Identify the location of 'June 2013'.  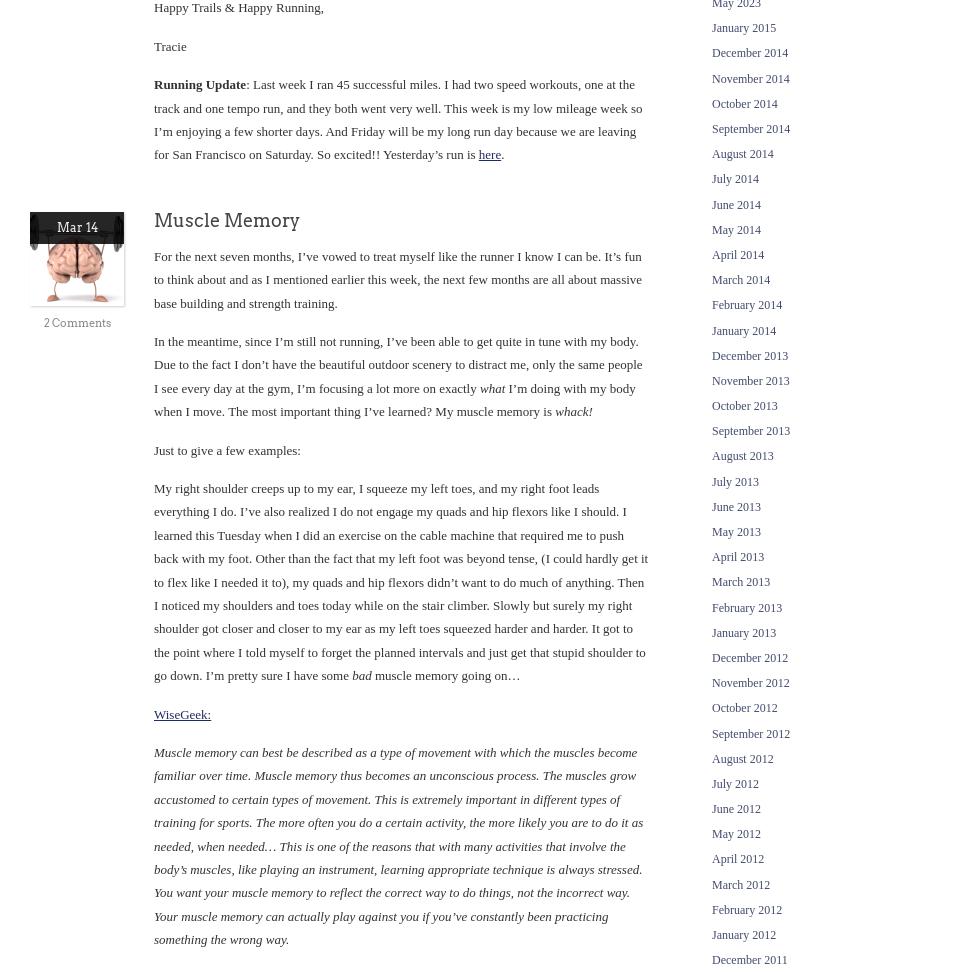
(735, 506).